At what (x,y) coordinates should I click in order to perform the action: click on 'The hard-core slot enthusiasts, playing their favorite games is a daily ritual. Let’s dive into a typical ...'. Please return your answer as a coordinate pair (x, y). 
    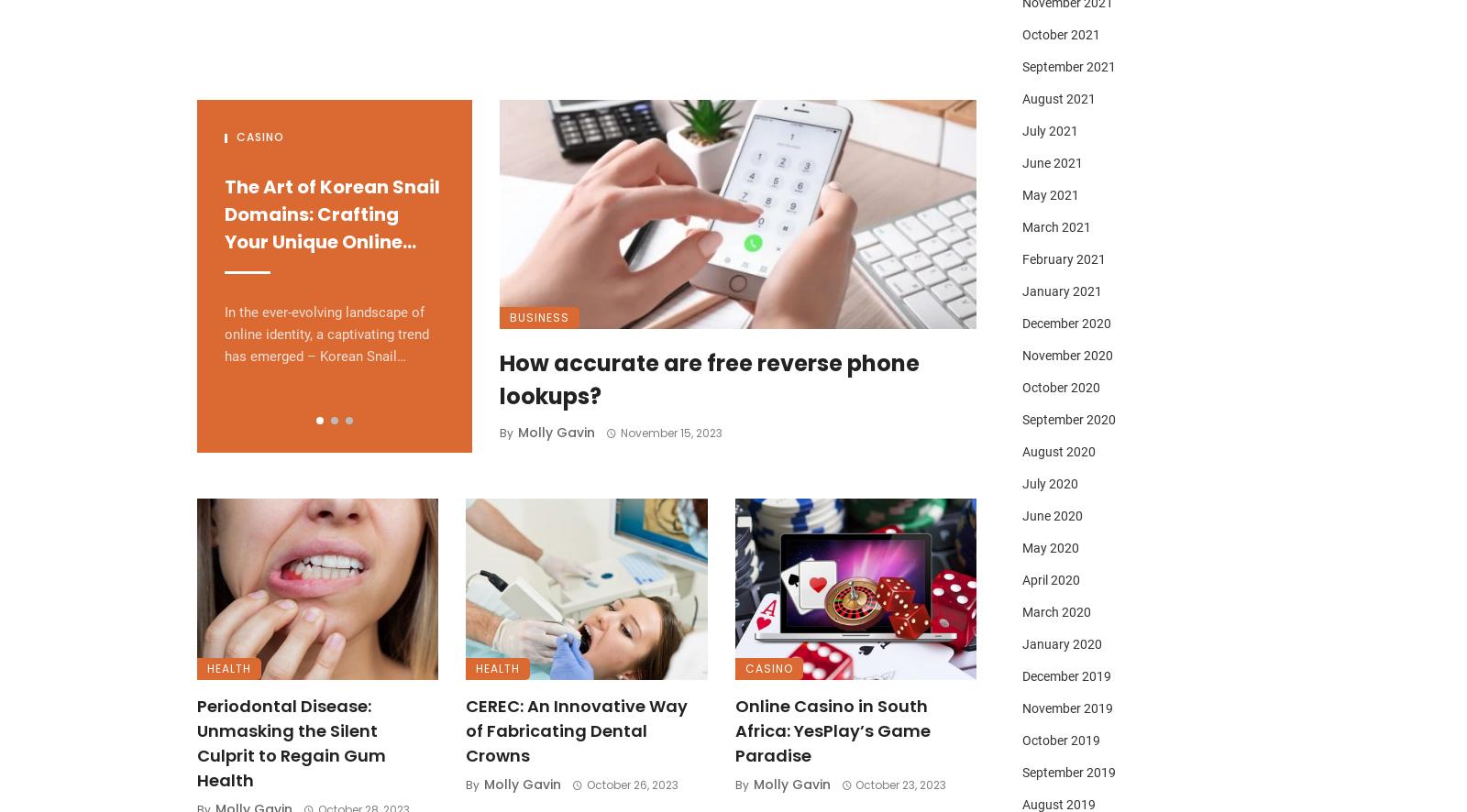
    Looking at the image, I should click on (604, 345).